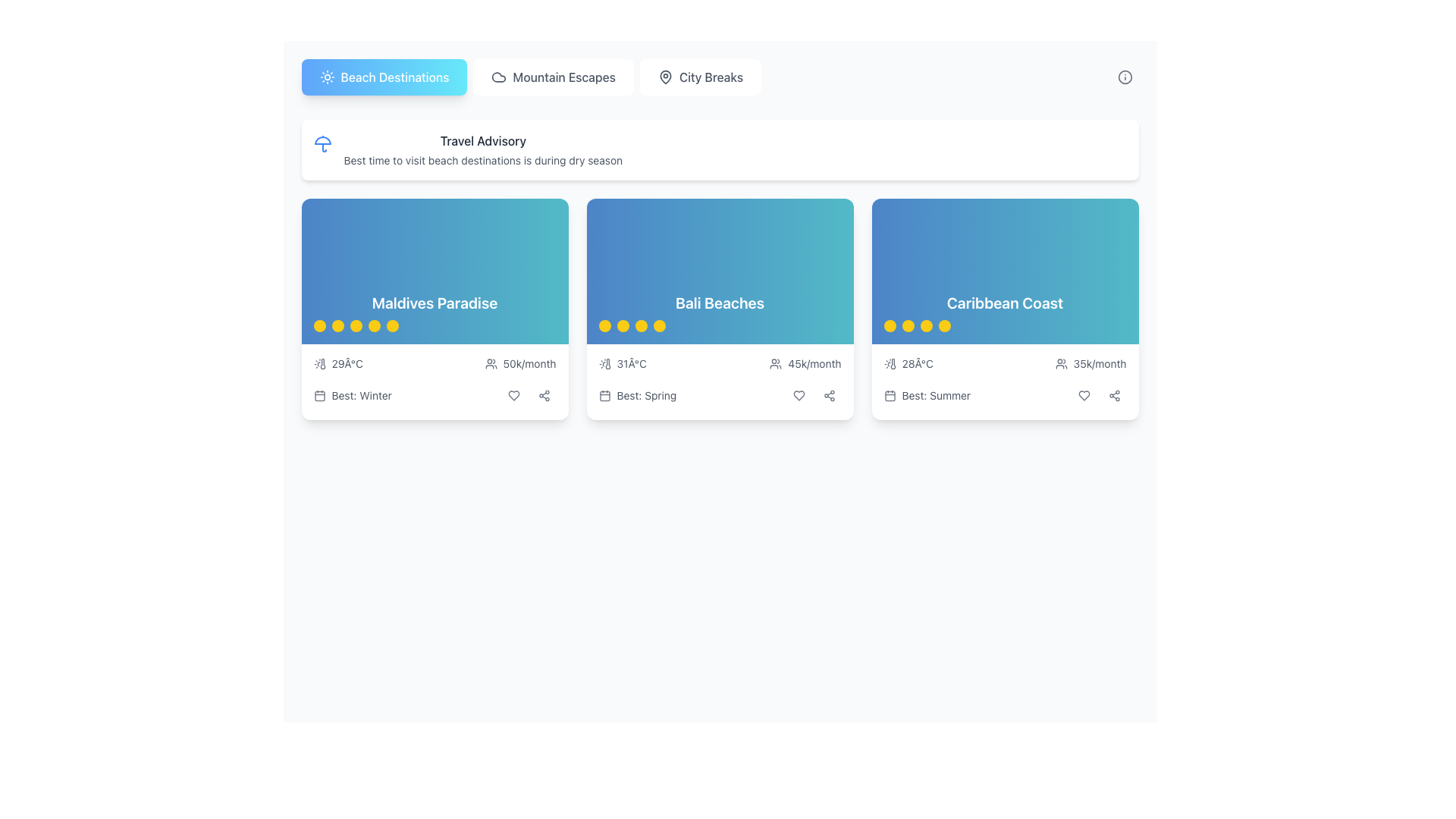 Image resolution: width=1456 pixels, height=819 pixels. I want to click on the rectangle shape within the SVG calendar icon located beneath the 'Caribbean Coast' card in the 'Best' section, so click(890, 395).